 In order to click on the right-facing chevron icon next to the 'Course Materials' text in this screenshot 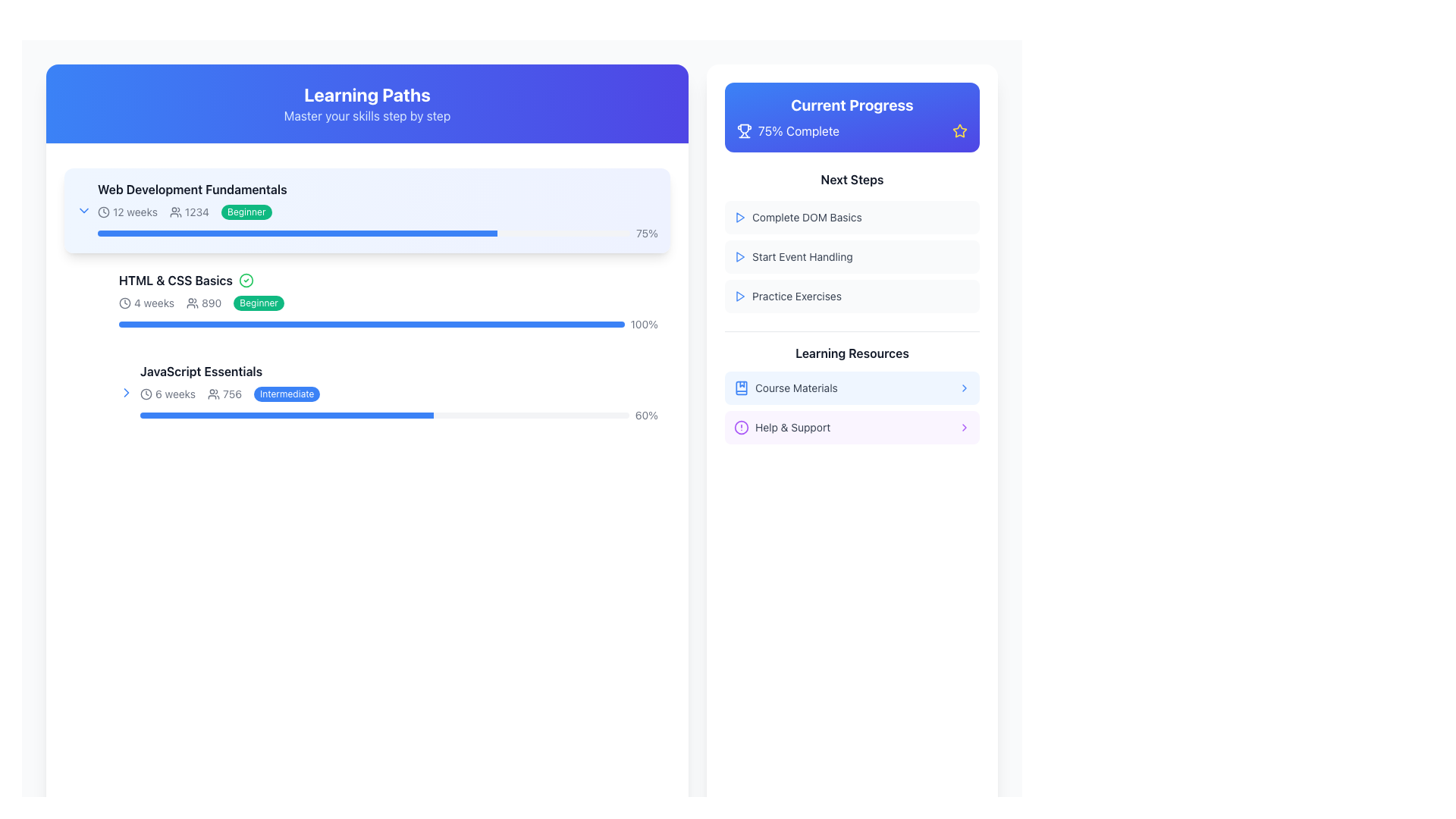, I will do `click(964, 388)`.